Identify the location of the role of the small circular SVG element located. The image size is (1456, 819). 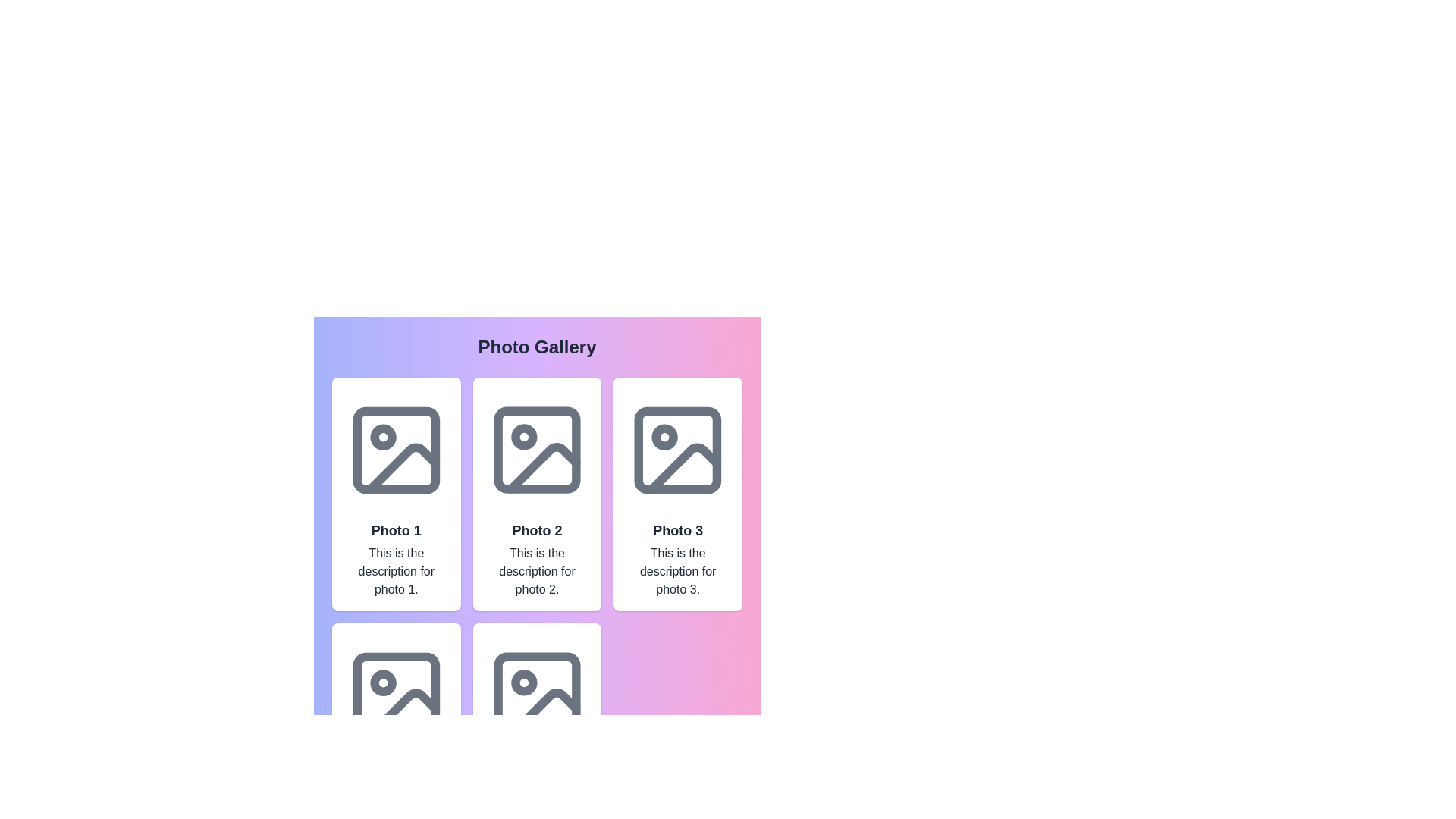
(665, 437).